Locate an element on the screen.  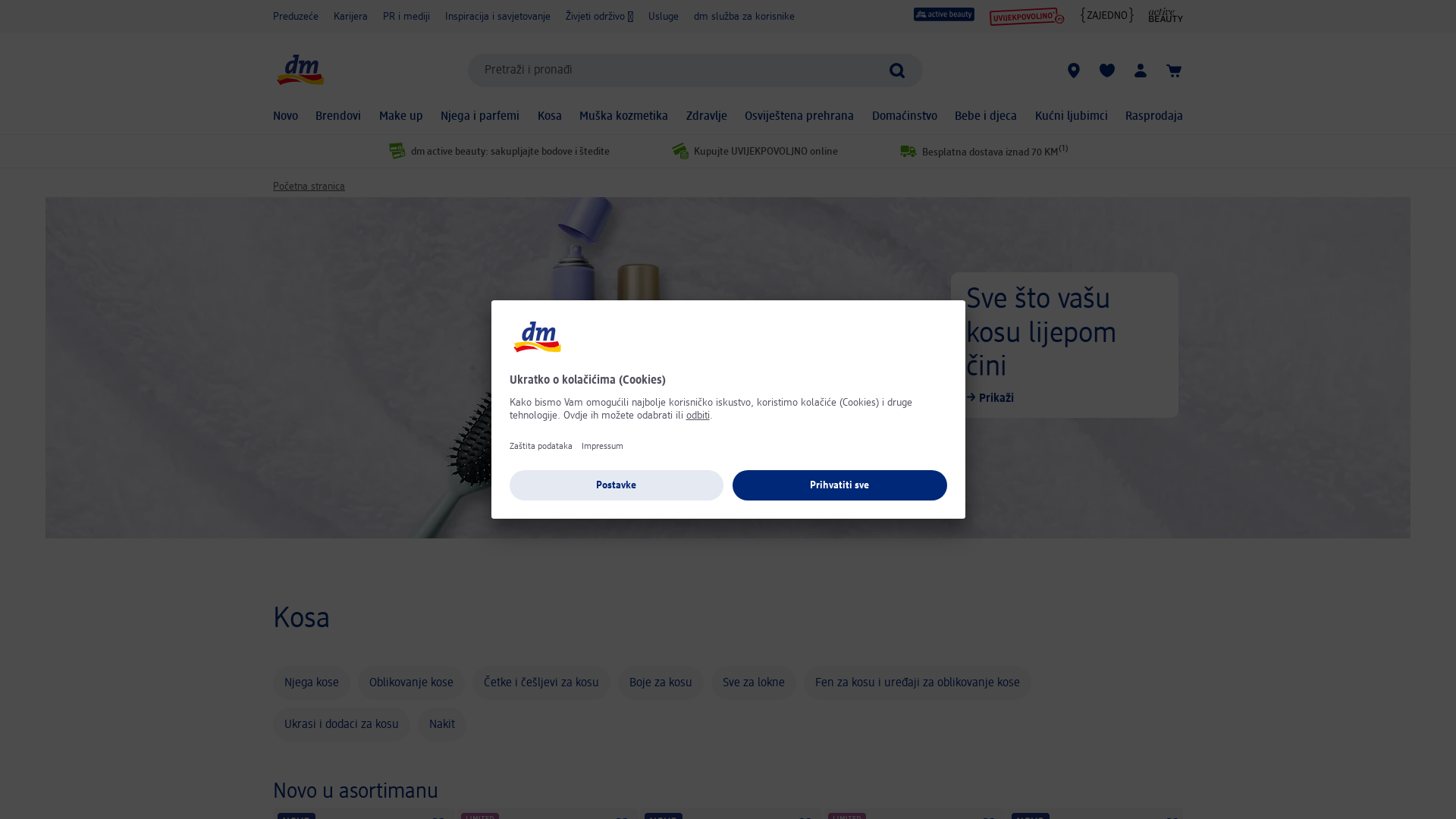
'Njega kose' is located at coordinates (305, 682).